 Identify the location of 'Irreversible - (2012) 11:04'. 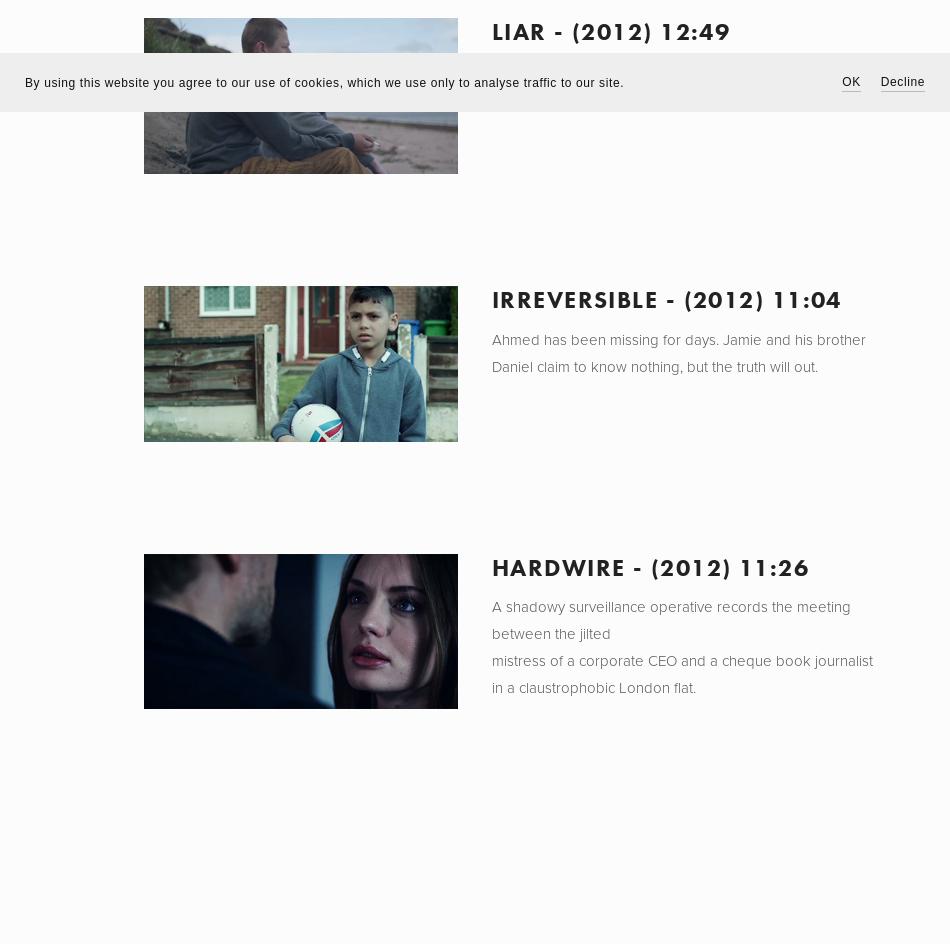
(666, 297).